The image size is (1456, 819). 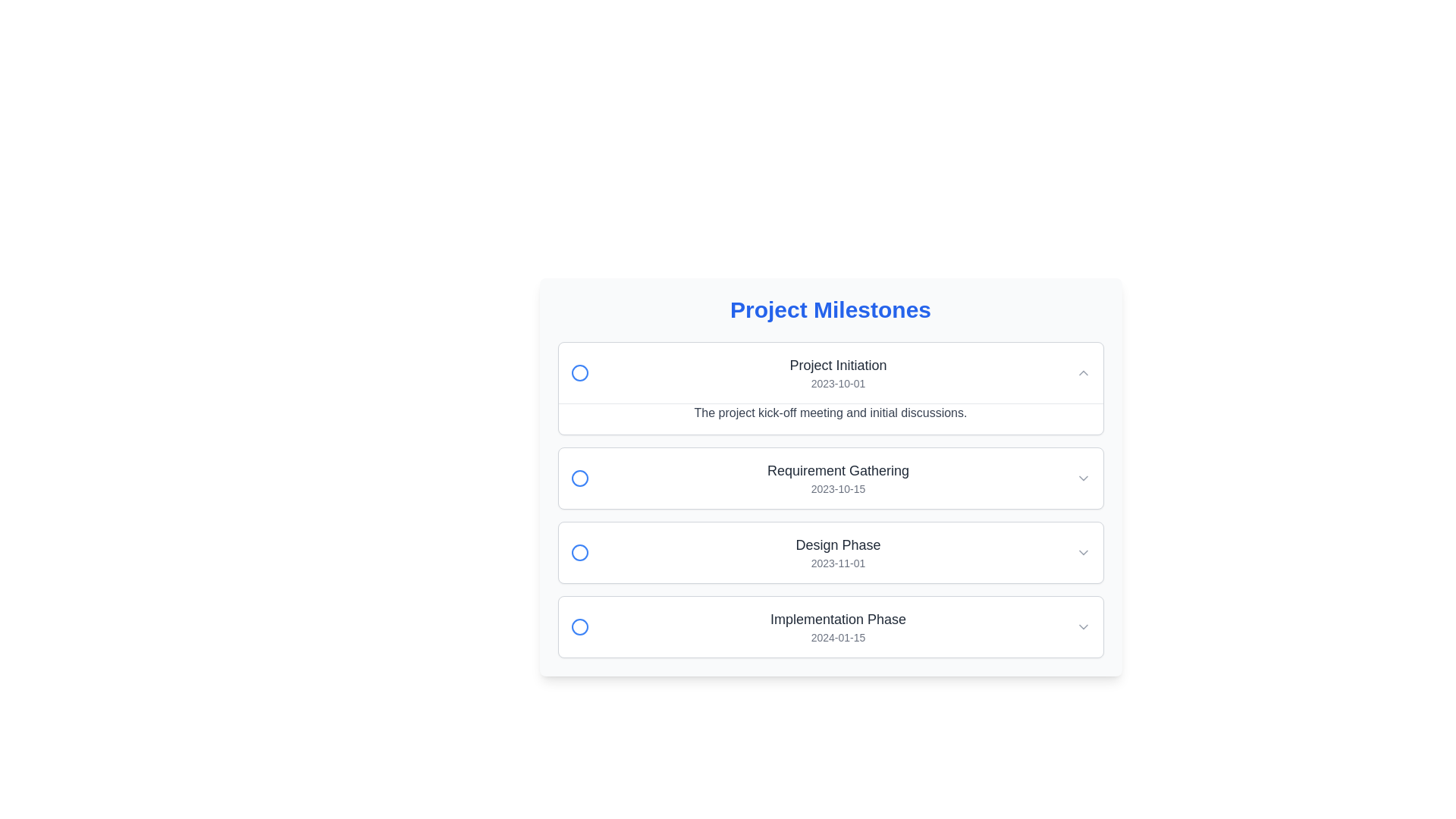 I want to click on the milestone titled 'Implementation Phase' with the date '2024-01-15' for further details, so click(x=837, y=626).